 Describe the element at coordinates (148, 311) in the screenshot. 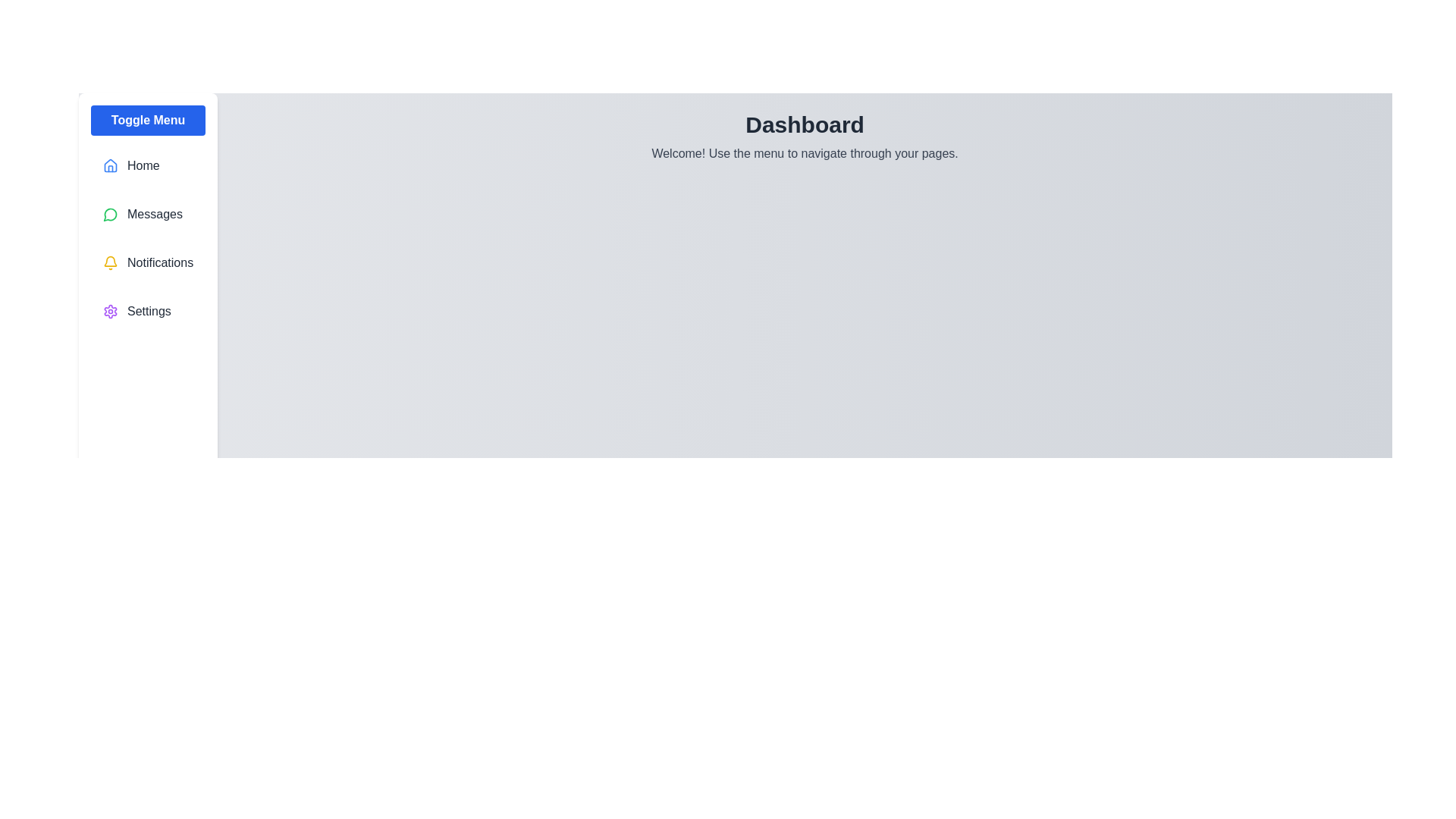

I see `the menu item Settings in the sidebar` at that location.